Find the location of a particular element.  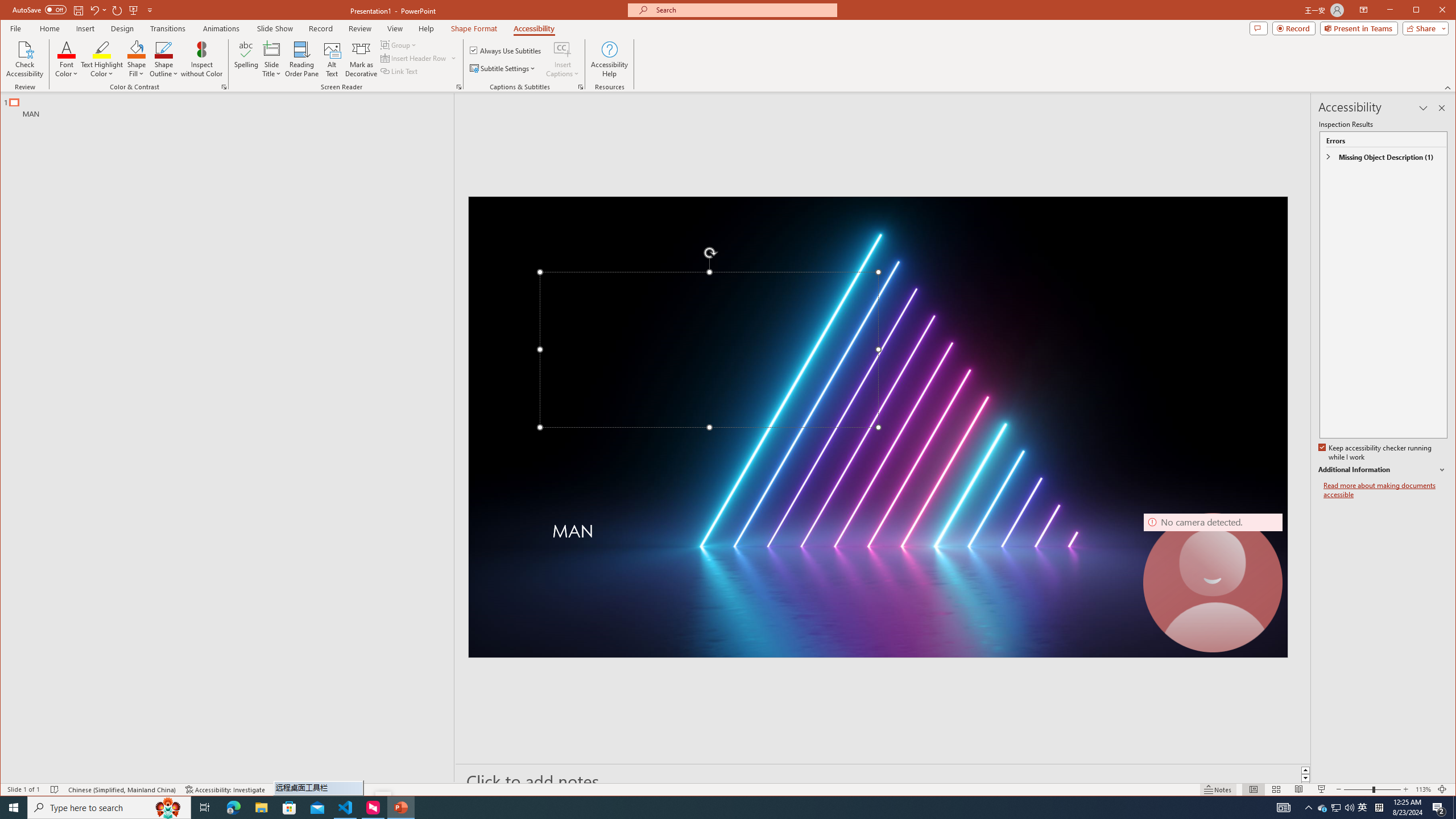

'Screen Reader' is located at coordinates (458, 87).